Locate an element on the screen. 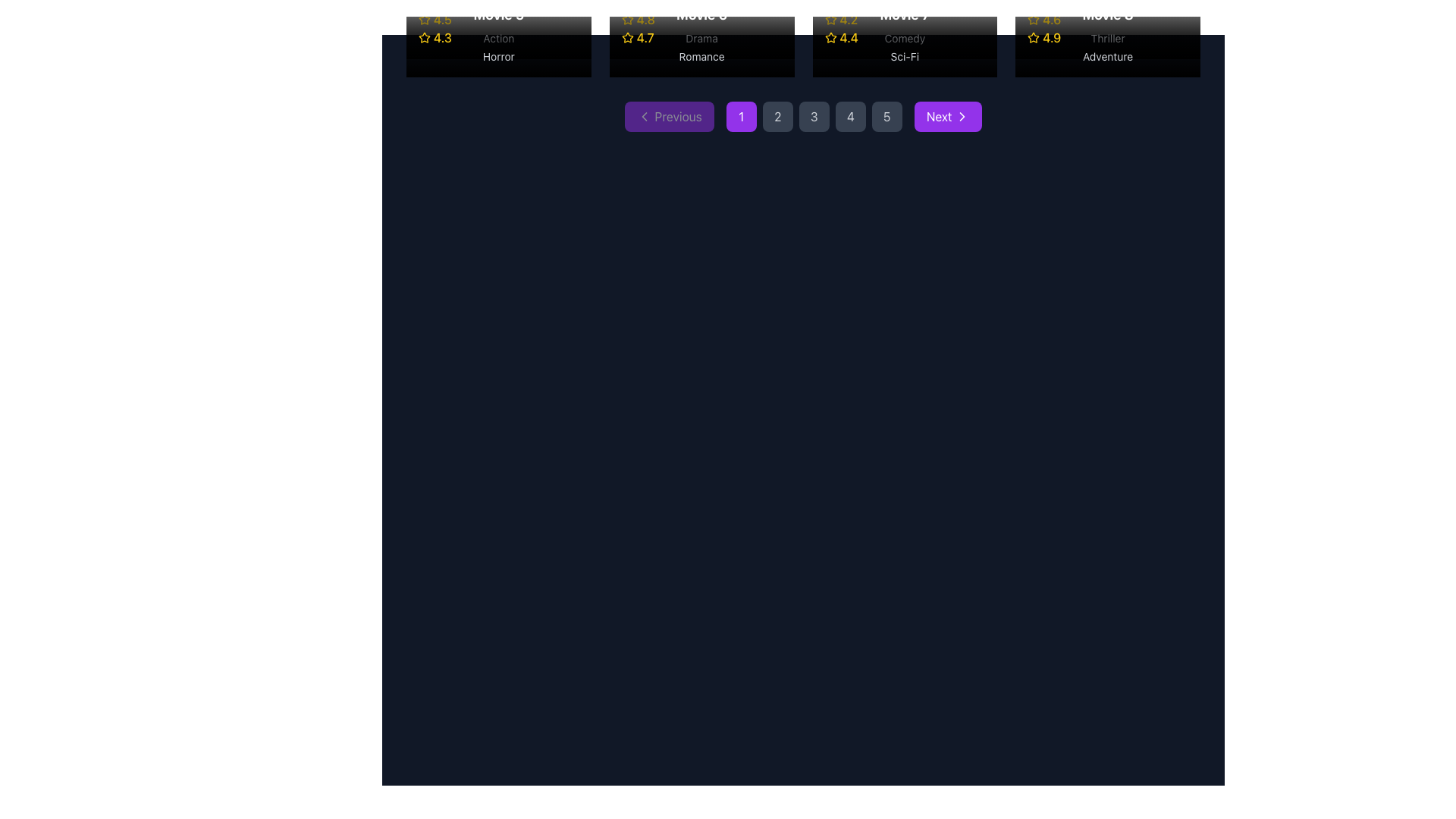 The width and height of the screenshot is (1456, 819). the star icon that signifies a 4.7 rating value, located in the upper central portion of the interface, to interact with its associated functionality is located at coordinates (627, 37).